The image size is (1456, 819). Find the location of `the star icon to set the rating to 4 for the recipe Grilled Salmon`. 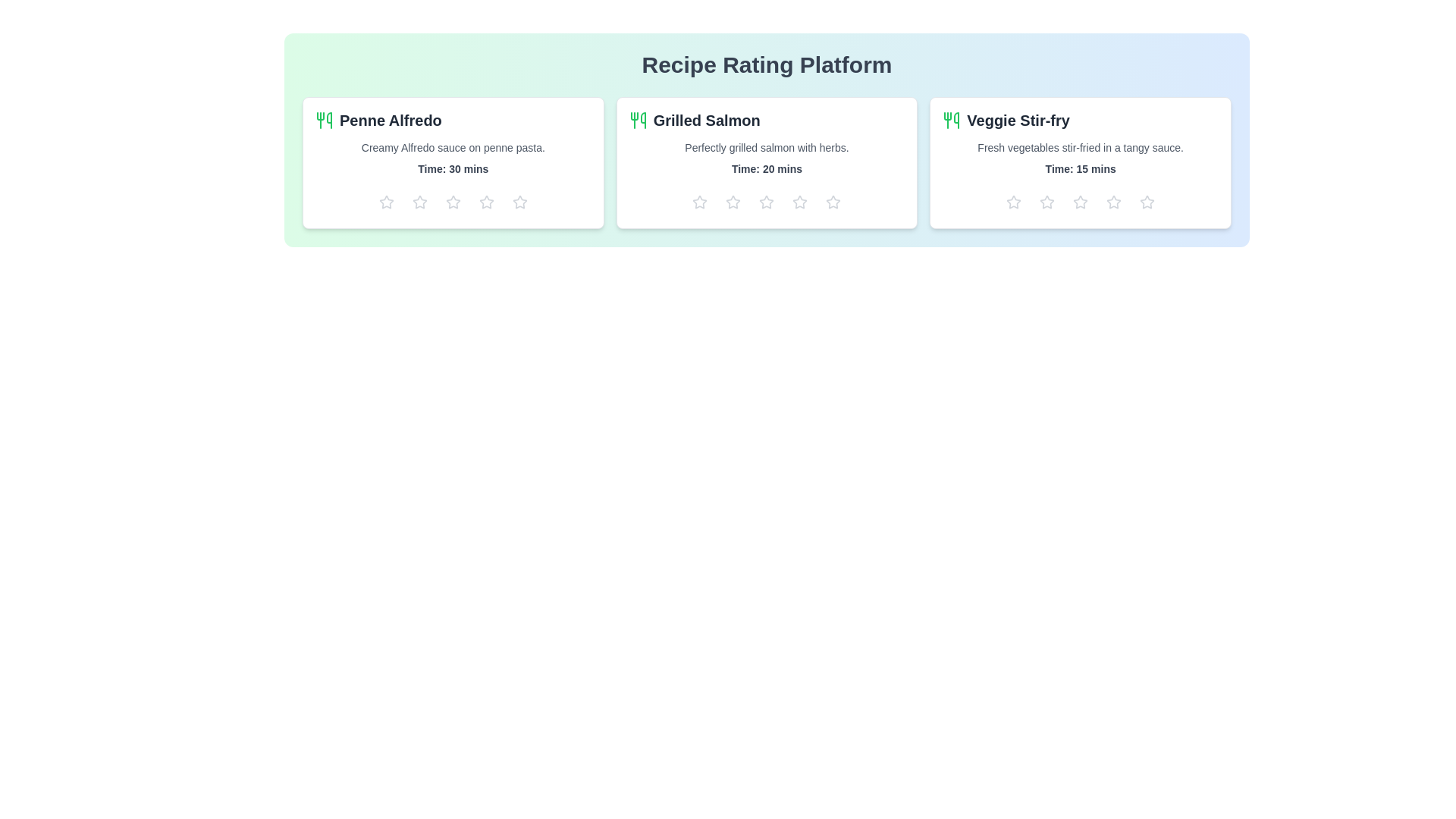

the star icon to set the rating to 4 for the recipe Grilled Salmon is located at coordinates (799, 201).